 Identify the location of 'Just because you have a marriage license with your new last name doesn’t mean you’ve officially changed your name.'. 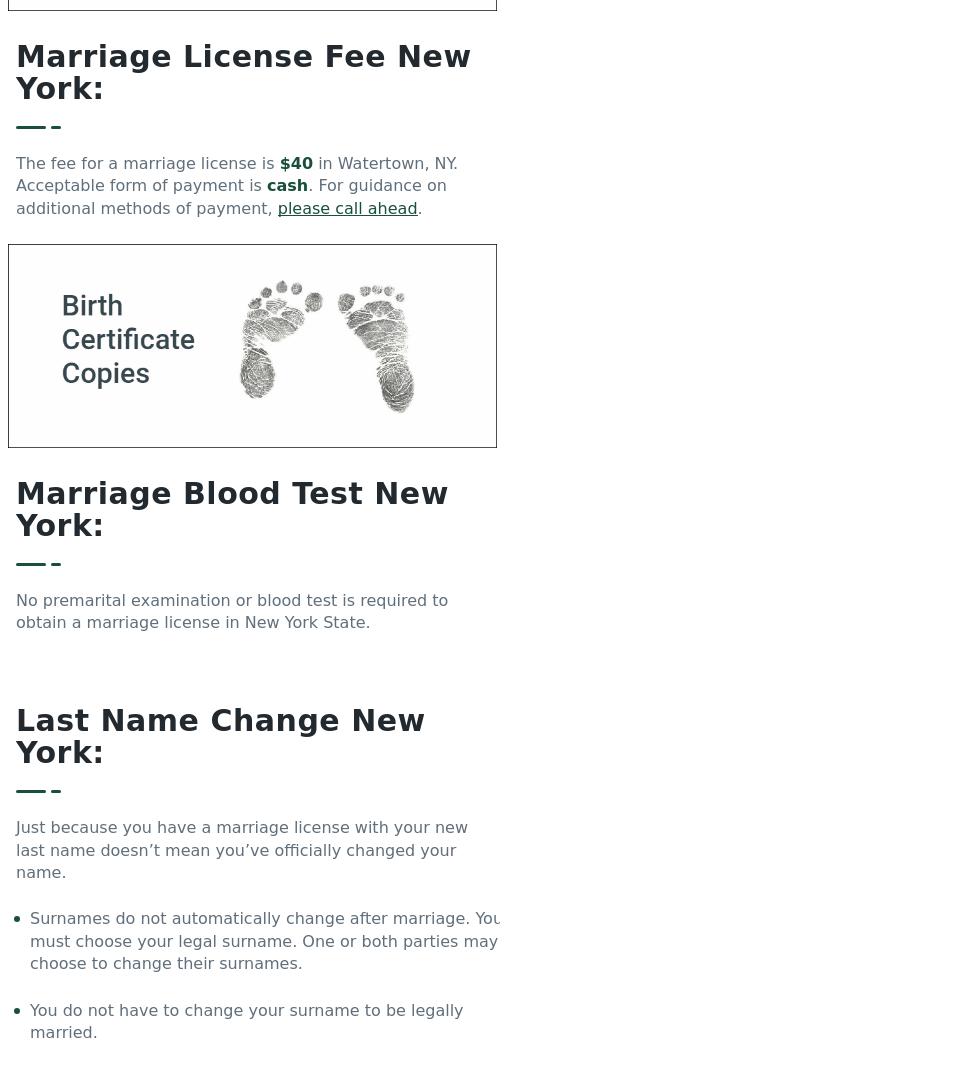
(241, 849).